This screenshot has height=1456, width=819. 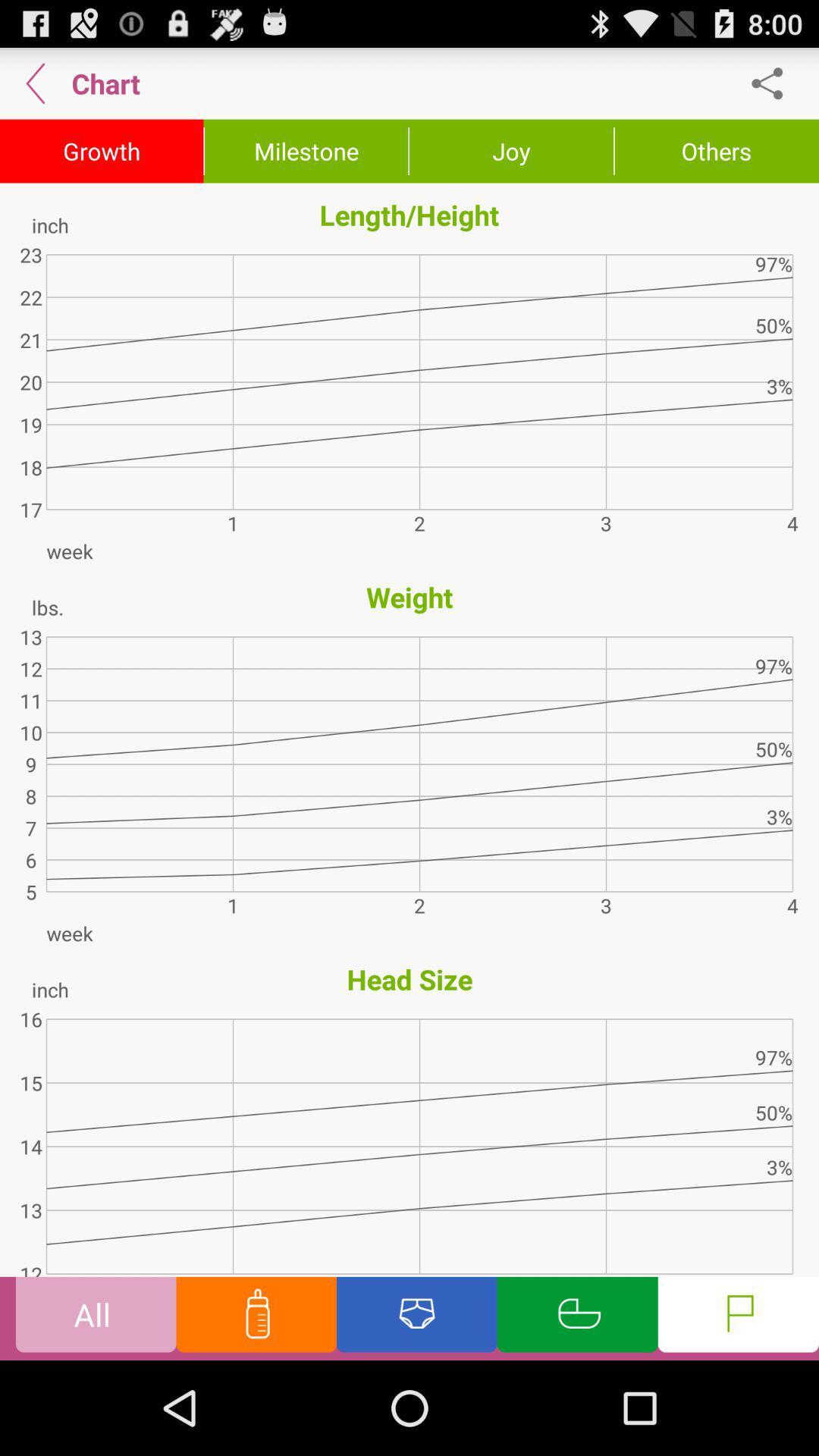 I want to click on chart info, so click(x=577, y=1317).